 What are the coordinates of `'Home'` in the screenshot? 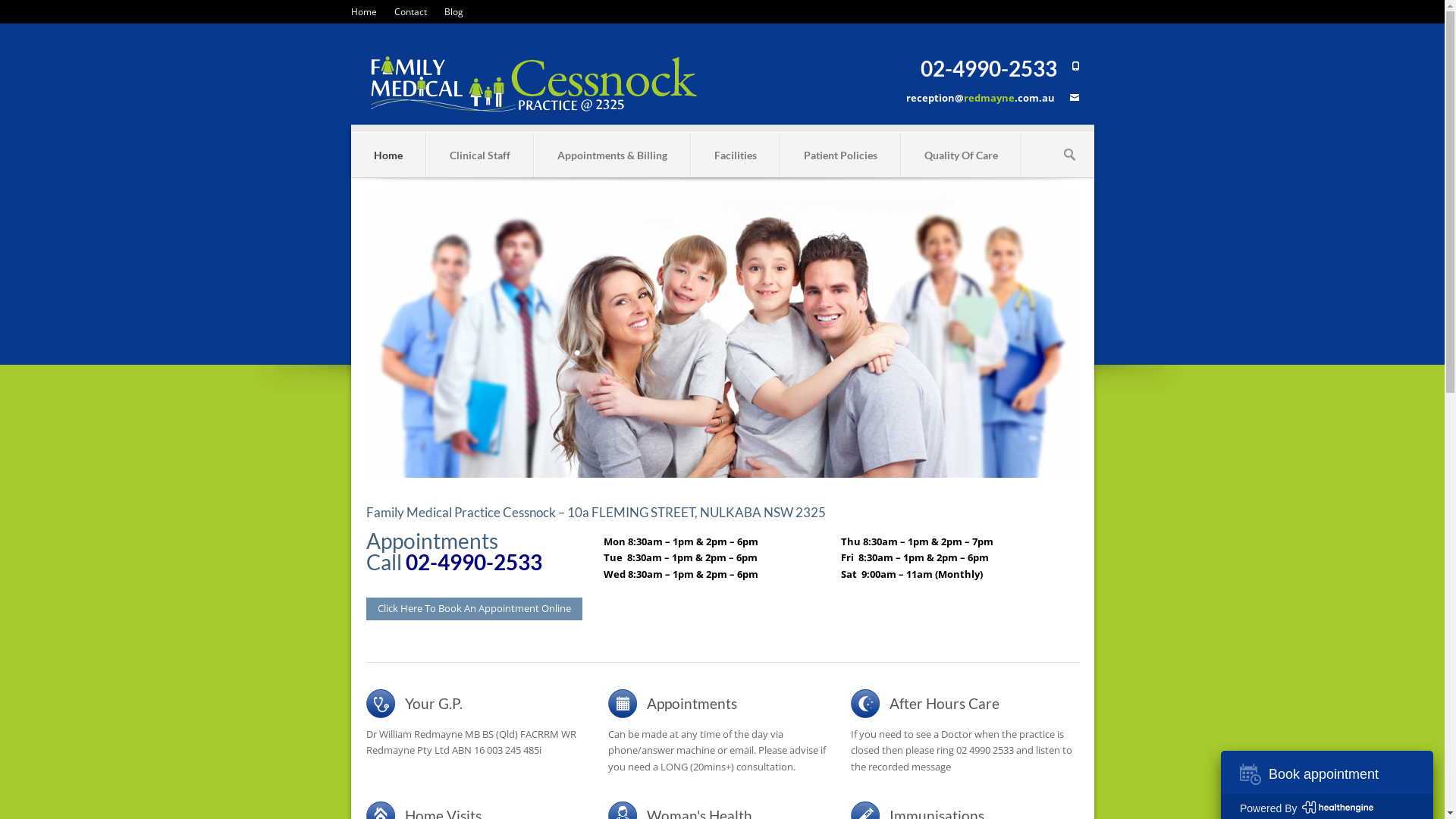 It's located at (387, 155).